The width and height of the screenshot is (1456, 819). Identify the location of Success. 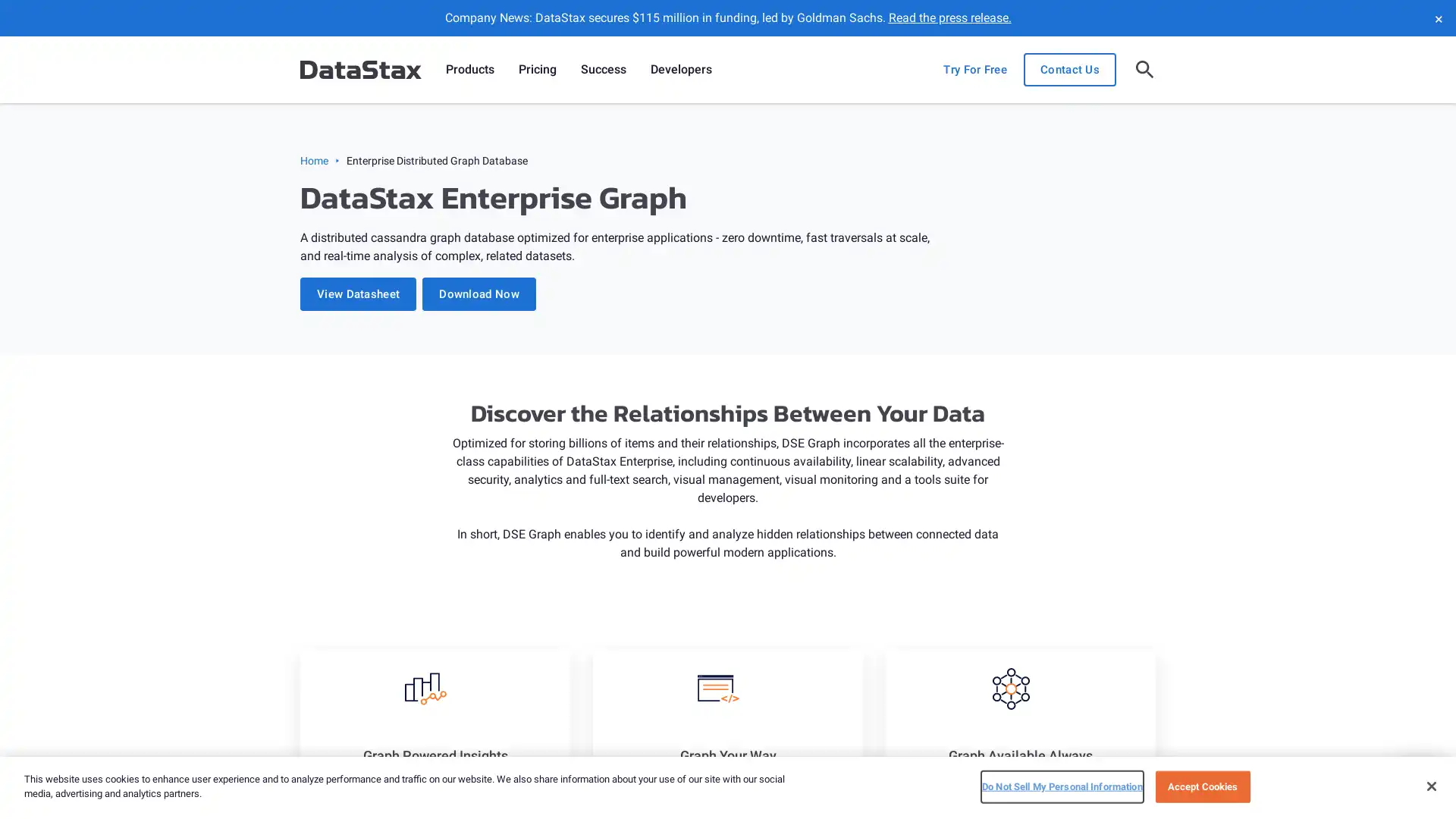
(603, 70).